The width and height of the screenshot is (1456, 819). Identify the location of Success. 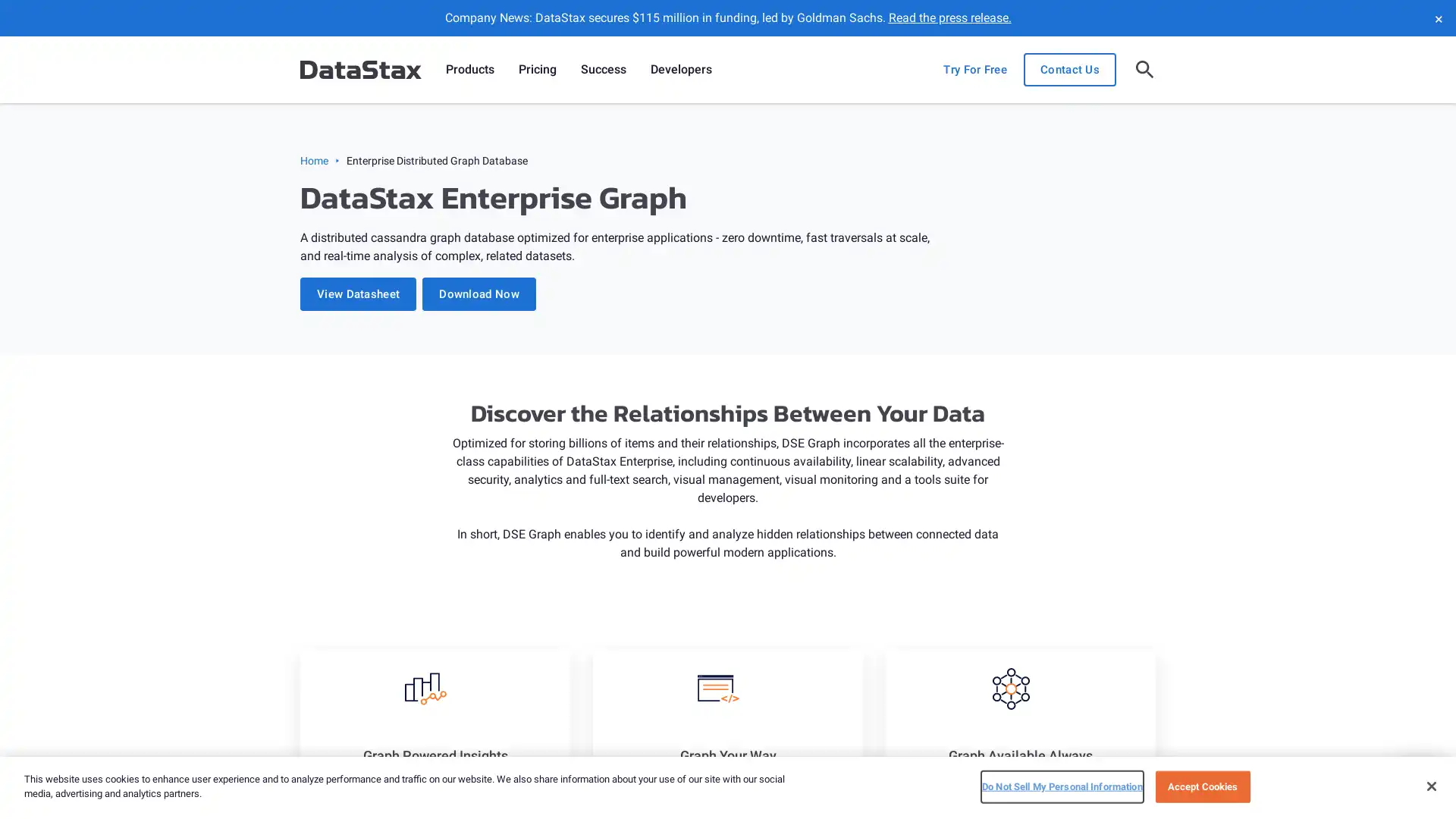
(603, 70).